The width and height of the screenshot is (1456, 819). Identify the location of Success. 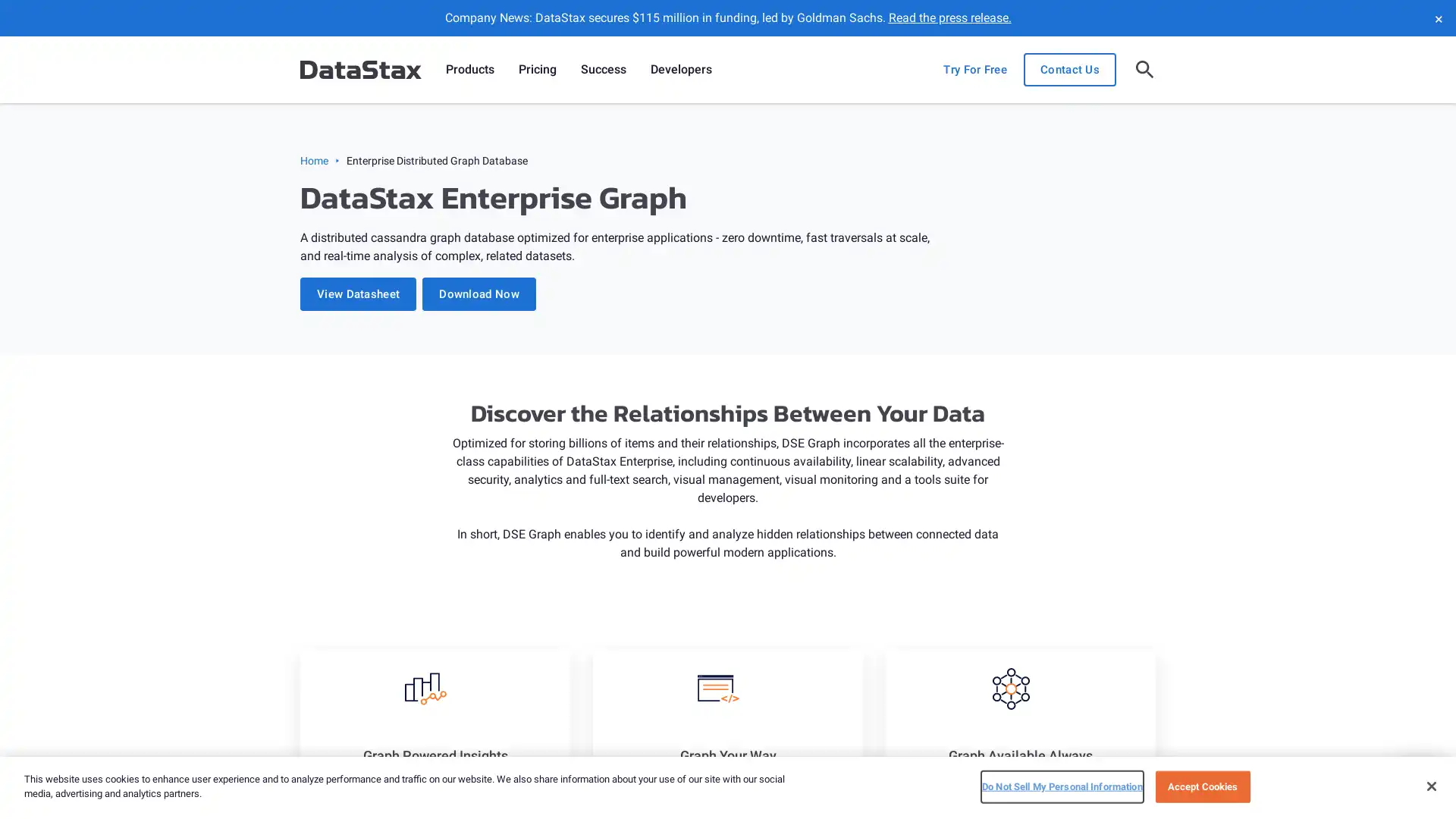
(603, 70).